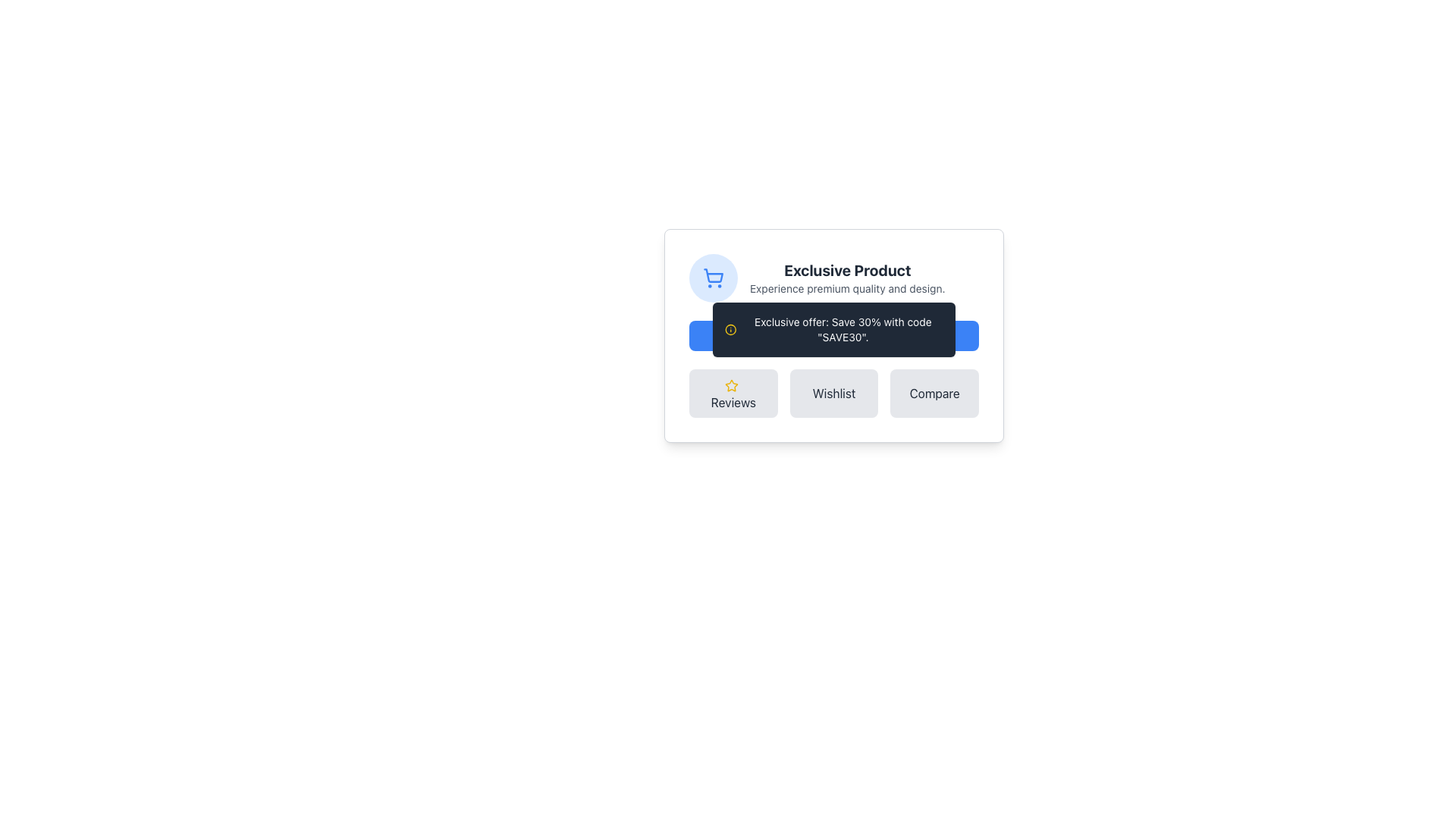 The height and width of the screenshot is (819, 1456). Describe the element at coordinates (733, 393) in the screenshot. I see `the first button in the horizontal series that navigates to the product reviews section` at that location.